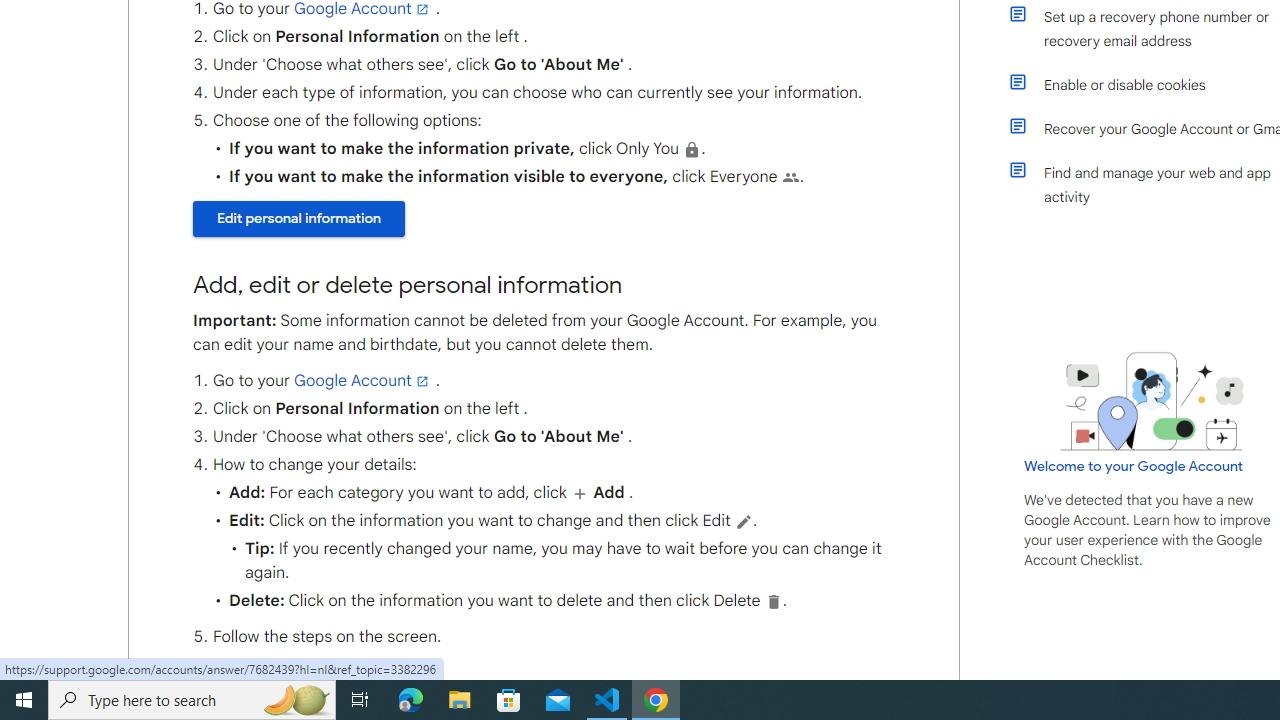 This screenshot has width=1280, height=720. What do you see at coordinates (1134, 466) in the screenshot?
I see `'Welcome to your Google Account'` at bounding box center [1134, 466].